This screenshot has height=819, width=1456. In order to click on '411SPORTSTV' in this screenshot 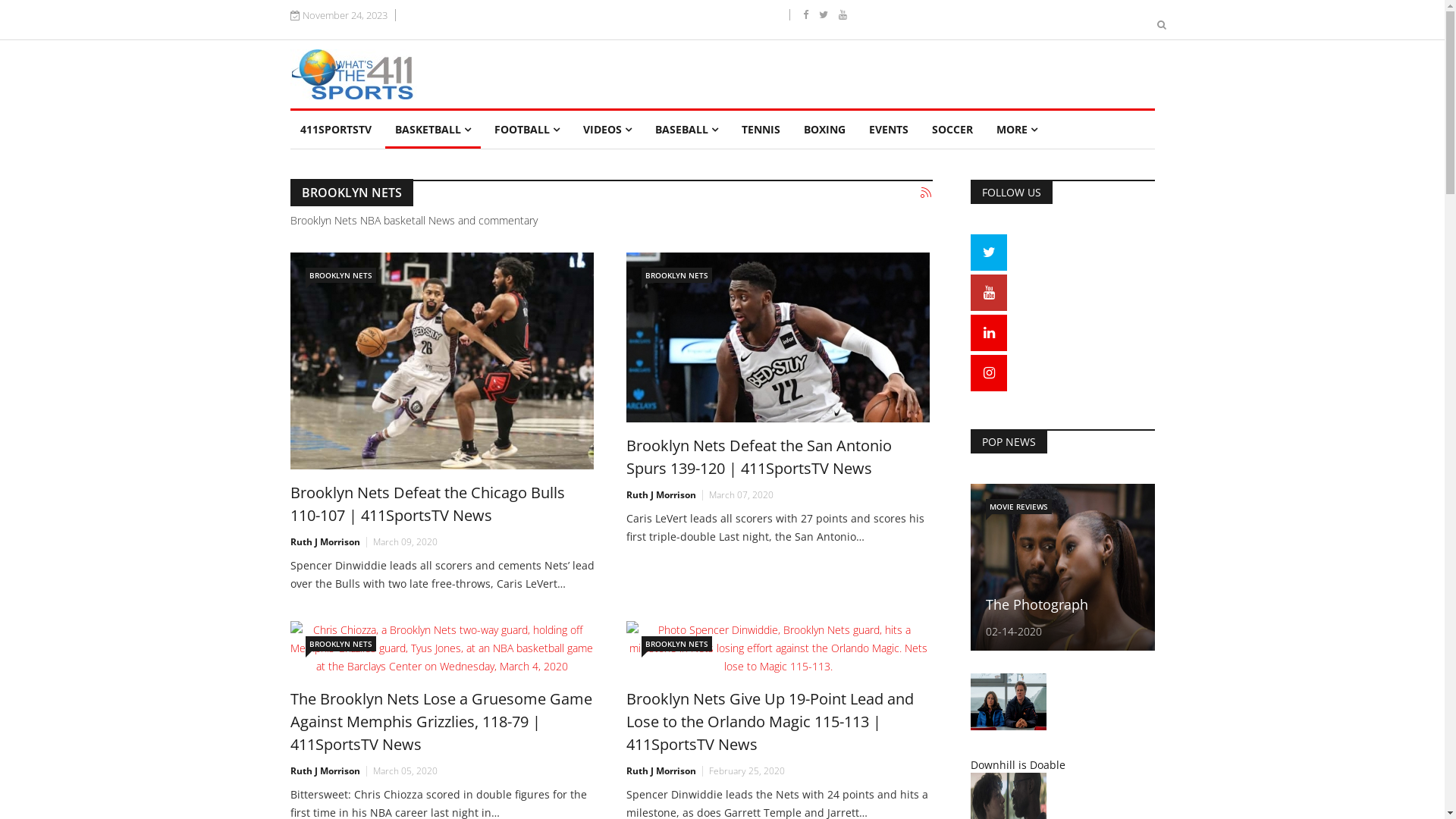, I will do `click(334, 128)`.